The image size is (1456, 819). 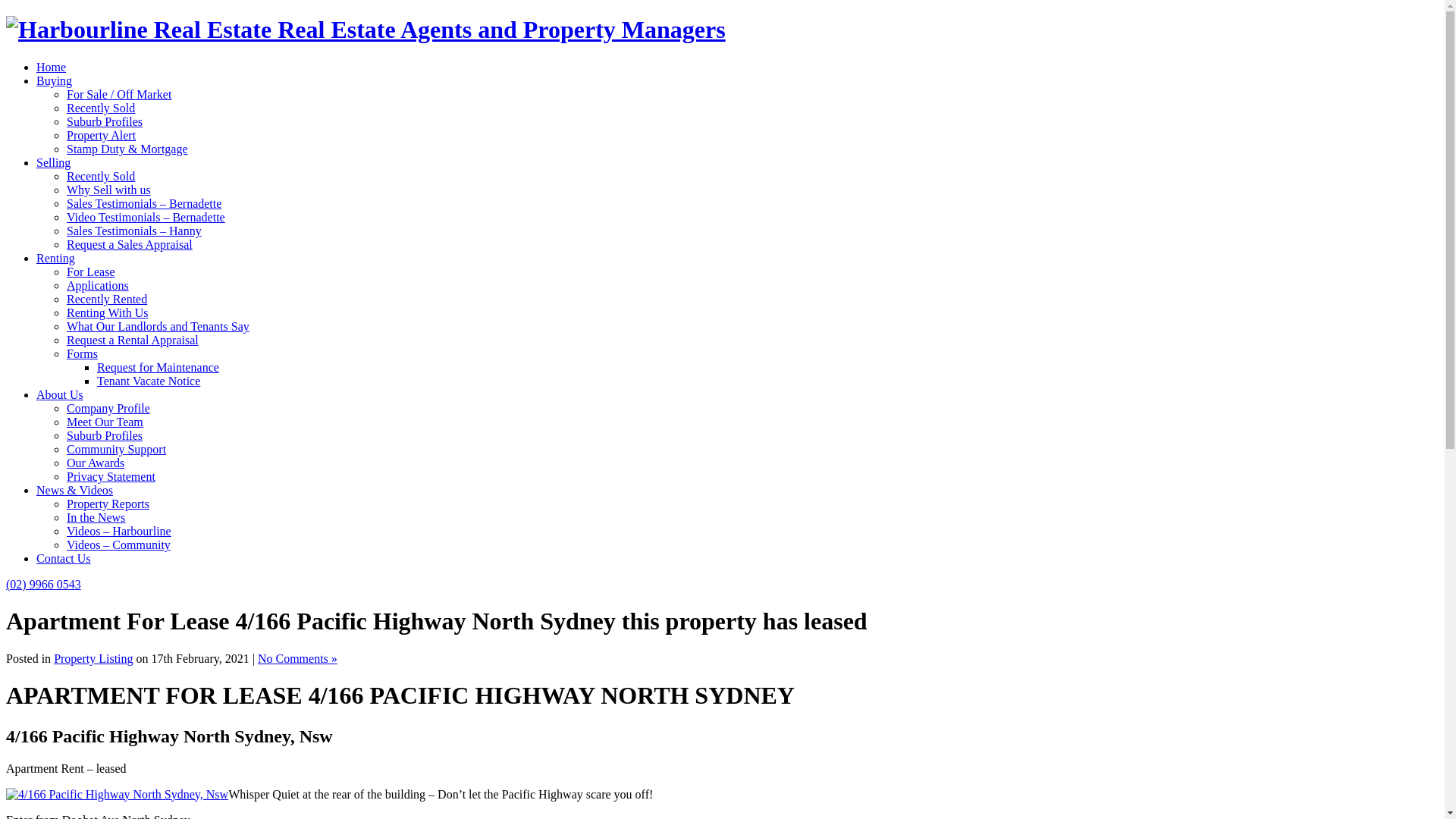 What do you see at coordinates (108, 407) in the screenshot?
I see `'Company Profile'` at bounding box center [108, 407].